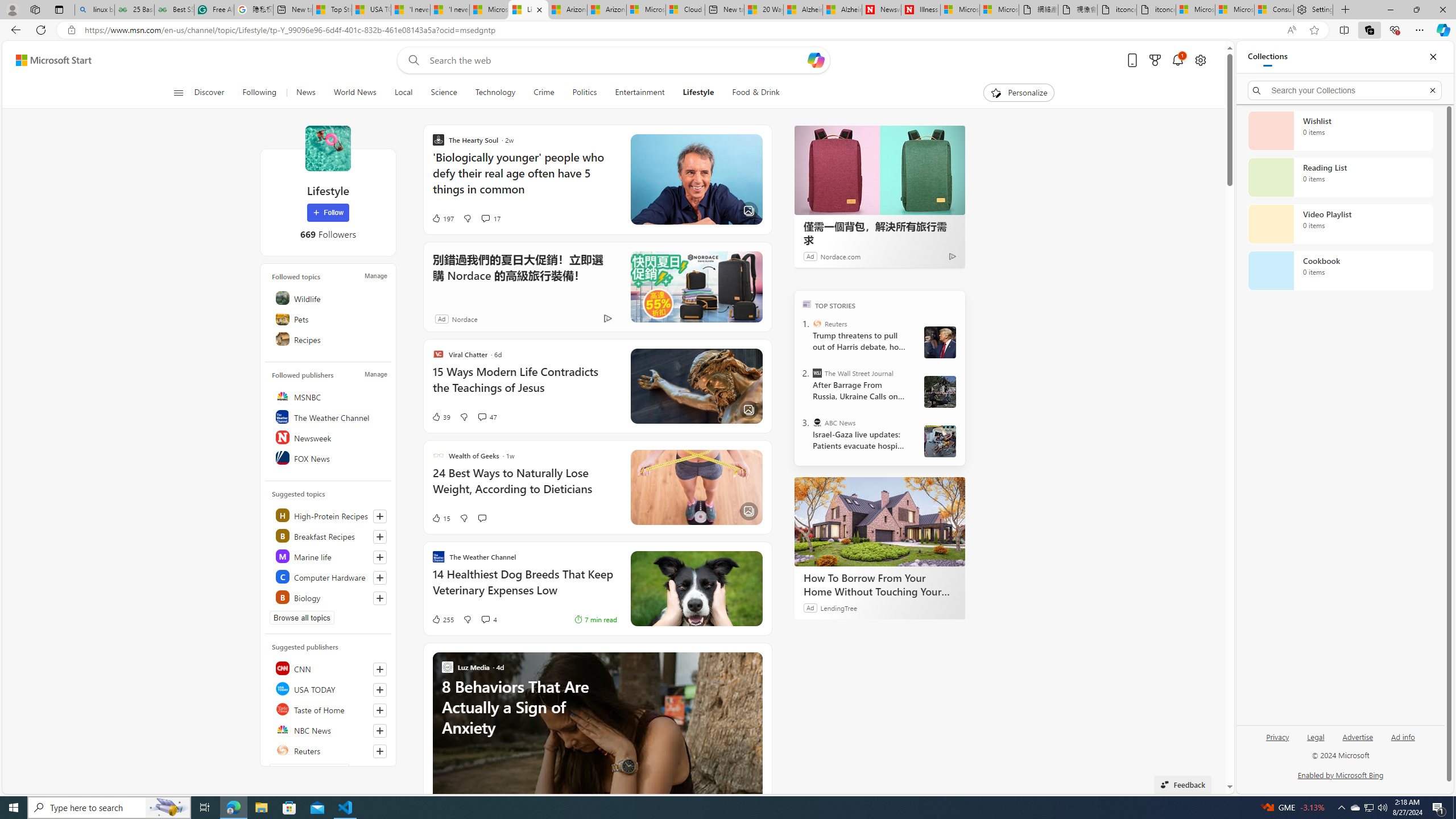 The height and width of the screenshot is (819, 1456). I want to click on 'New Tab', so click(1345, 9).